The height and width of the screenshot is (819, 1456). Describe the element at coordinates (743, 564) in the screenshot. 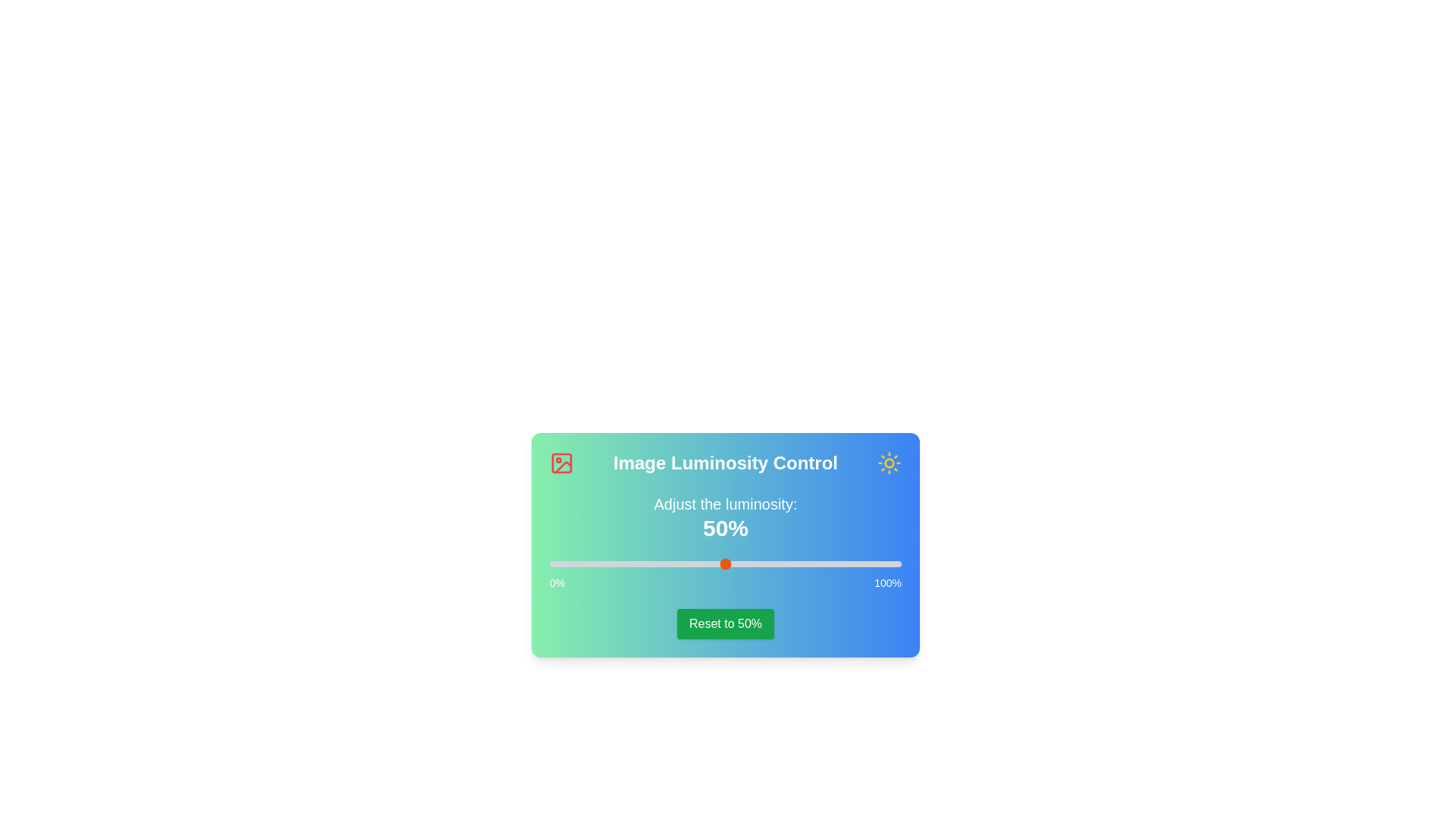

I see `the luminosity slider to 55%` at that location.